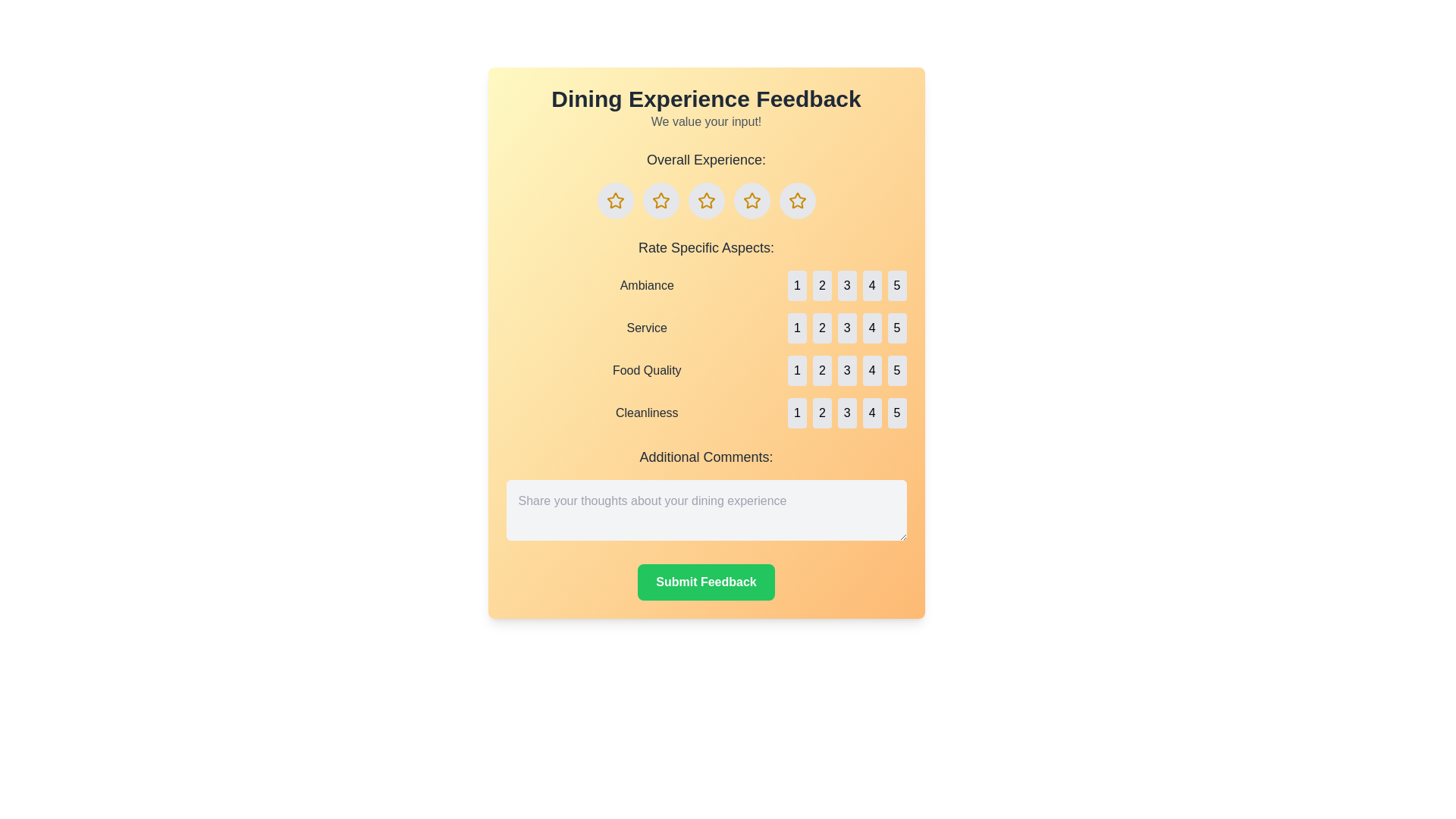  I want to click on the third rating button for the 'Cleanliness' category, so click(846, 413).